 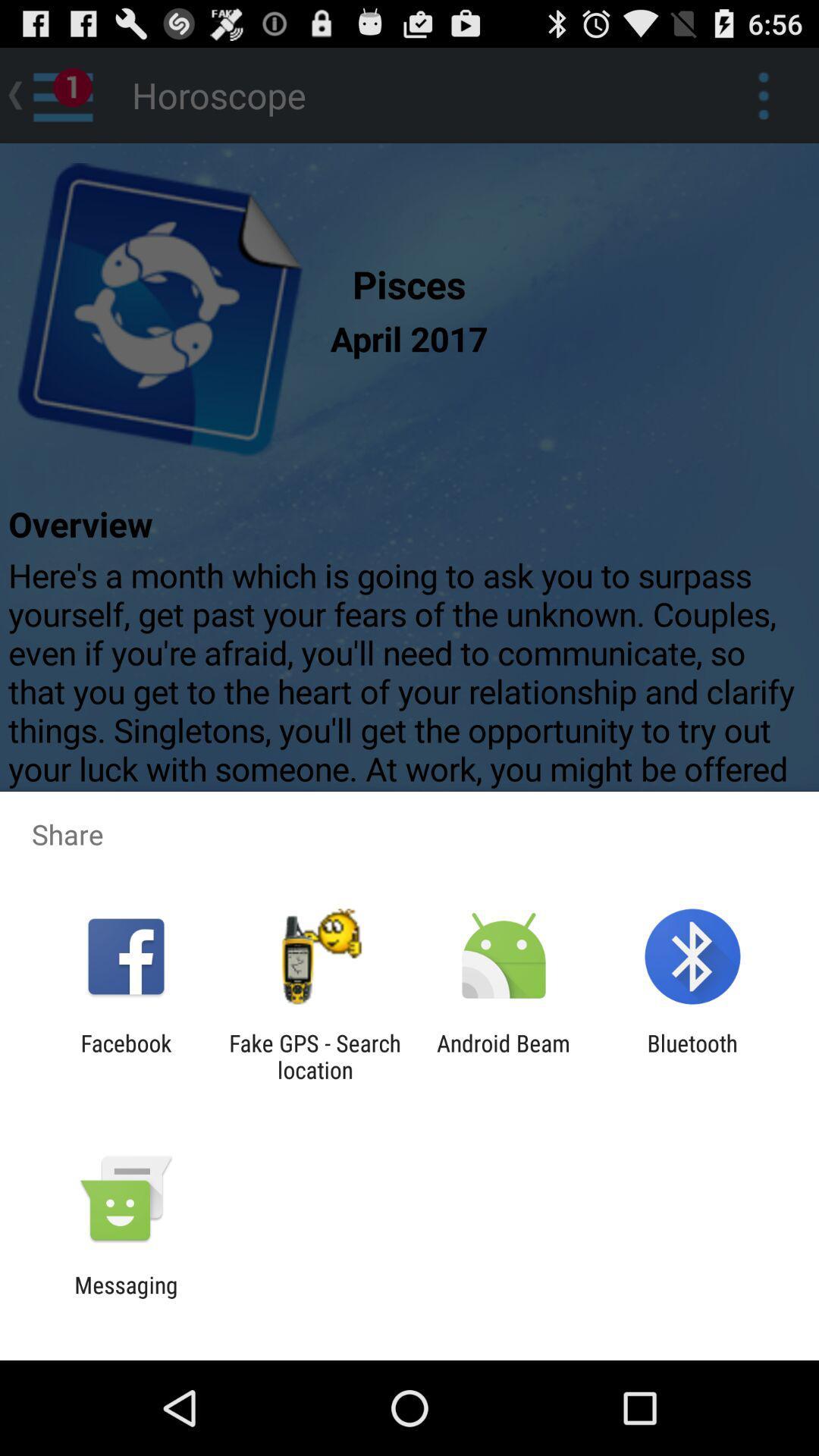 What do you see at coordinates (125, 1056) in the screenshot?
I see `facebook icon` at bounding box center [125, 1056].